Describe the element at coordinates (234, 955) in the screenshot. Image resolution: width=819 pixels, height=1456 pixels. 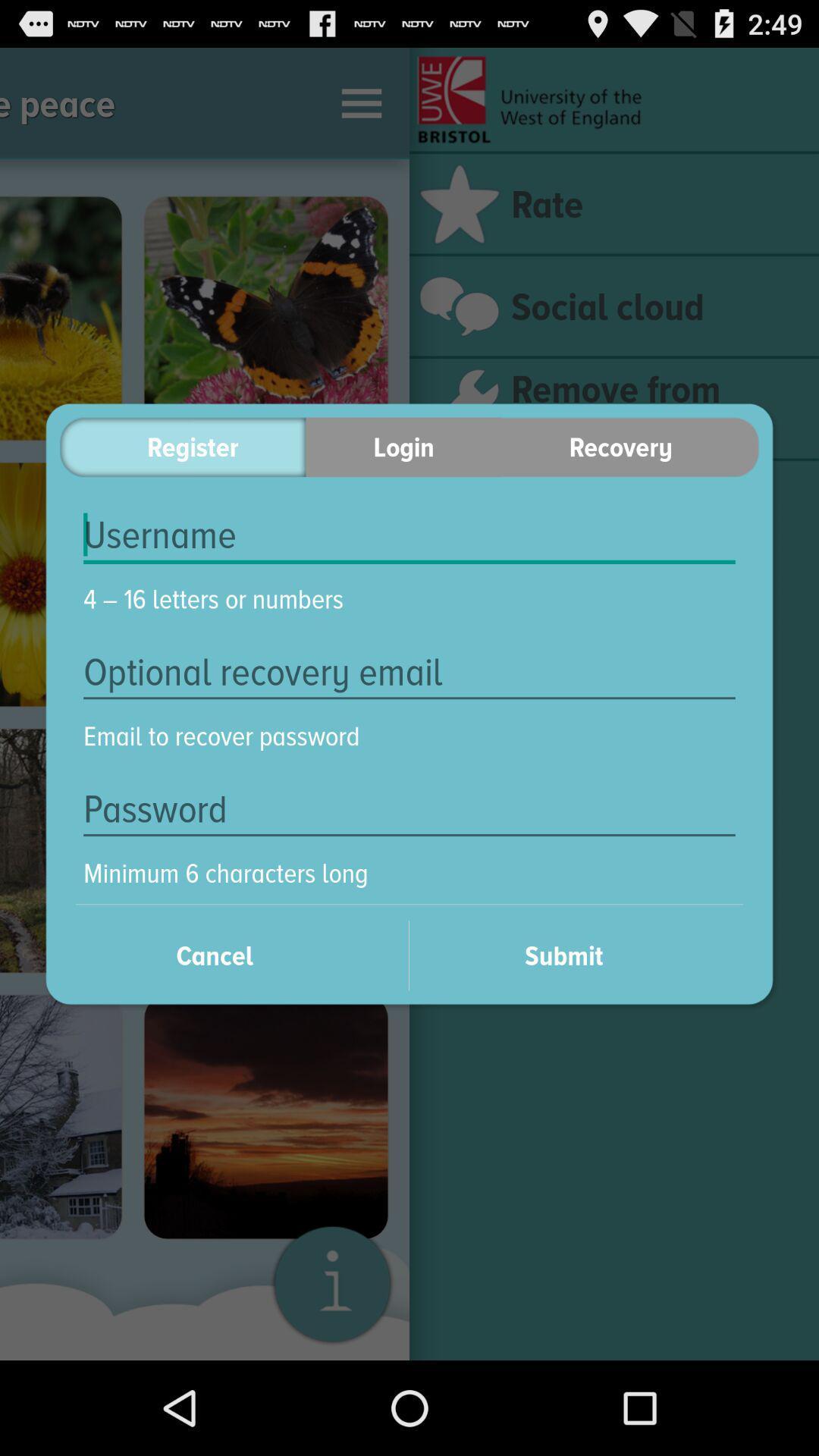
I see `cancel on the left` at that location.